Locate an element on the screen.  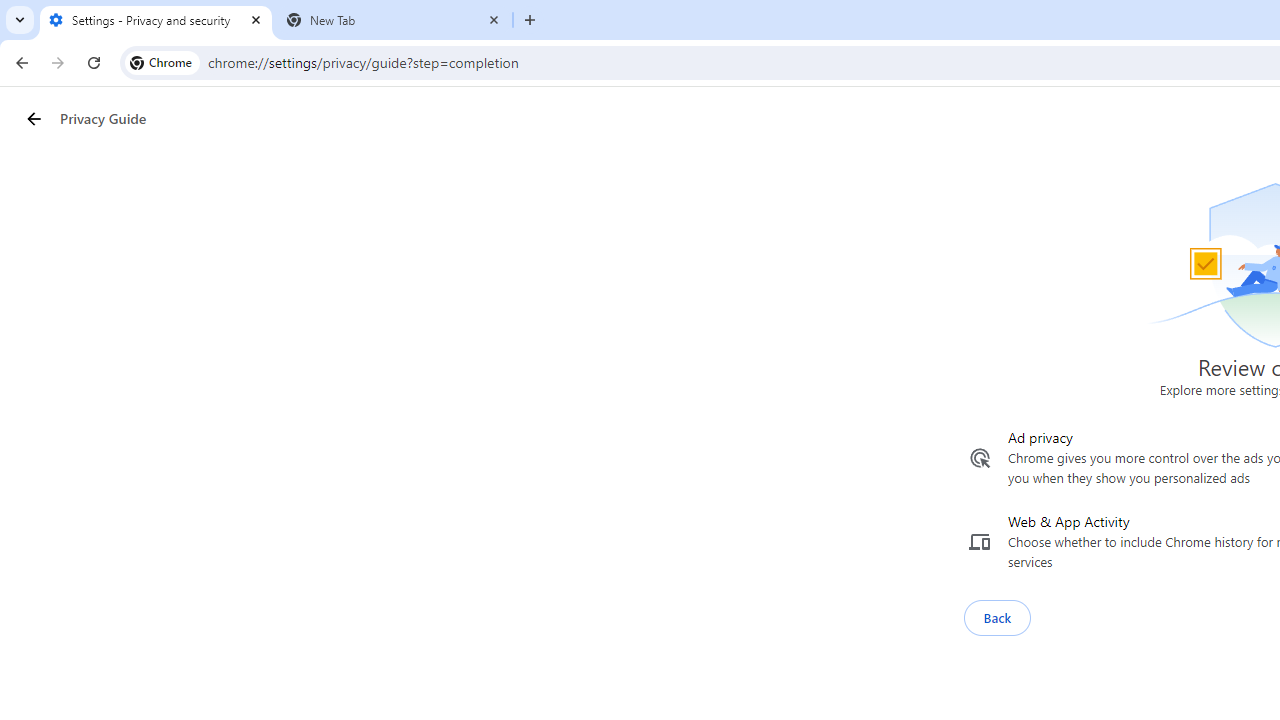
'Settings - Privacy and security' is located at coordinates (155, 20).